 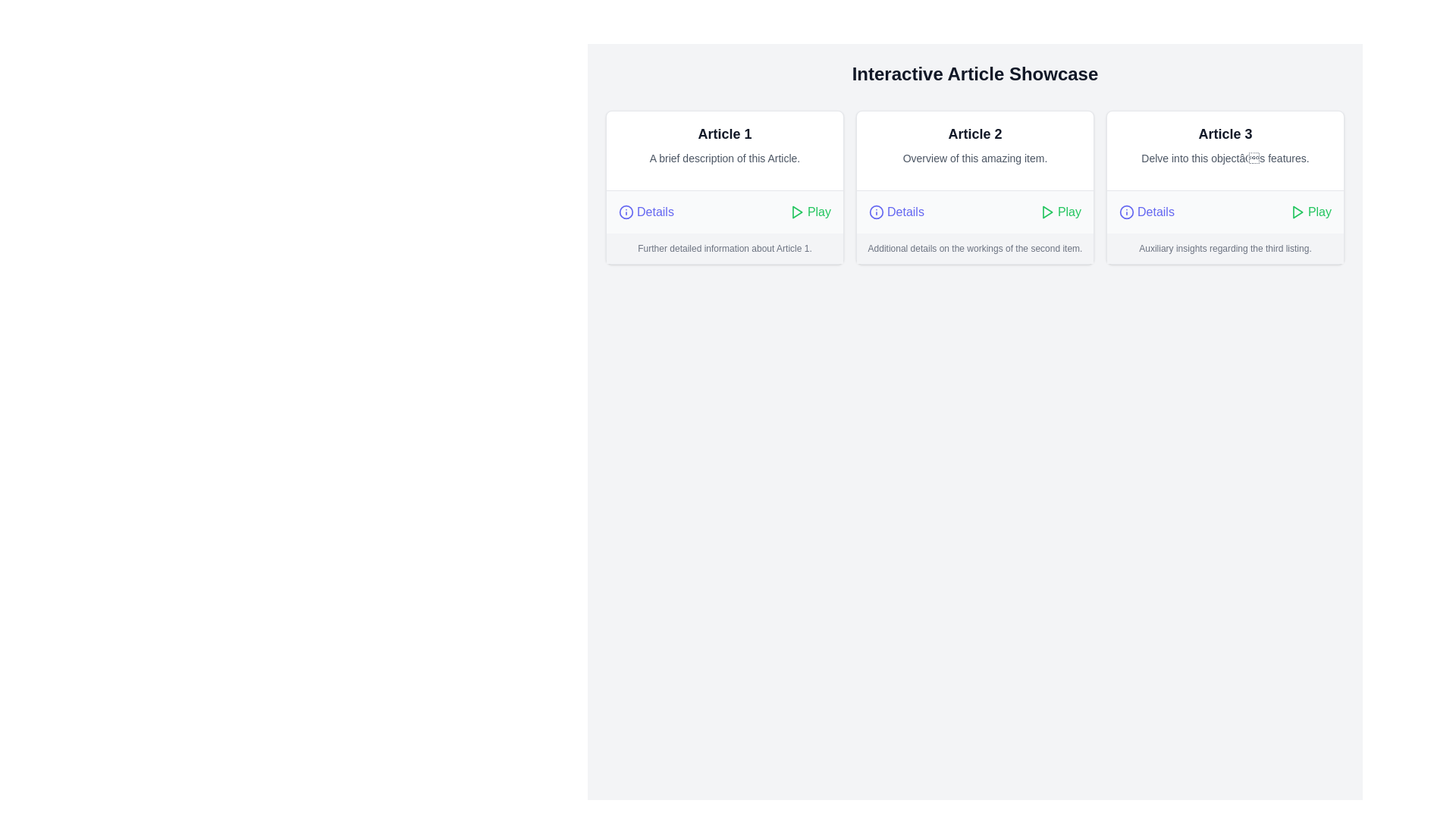 I want to click on the static informational label located at the bottom of the article card labeled 'Article 1', beneath the 'Details' and 'Play' buttons, so click(x=723, y=247).